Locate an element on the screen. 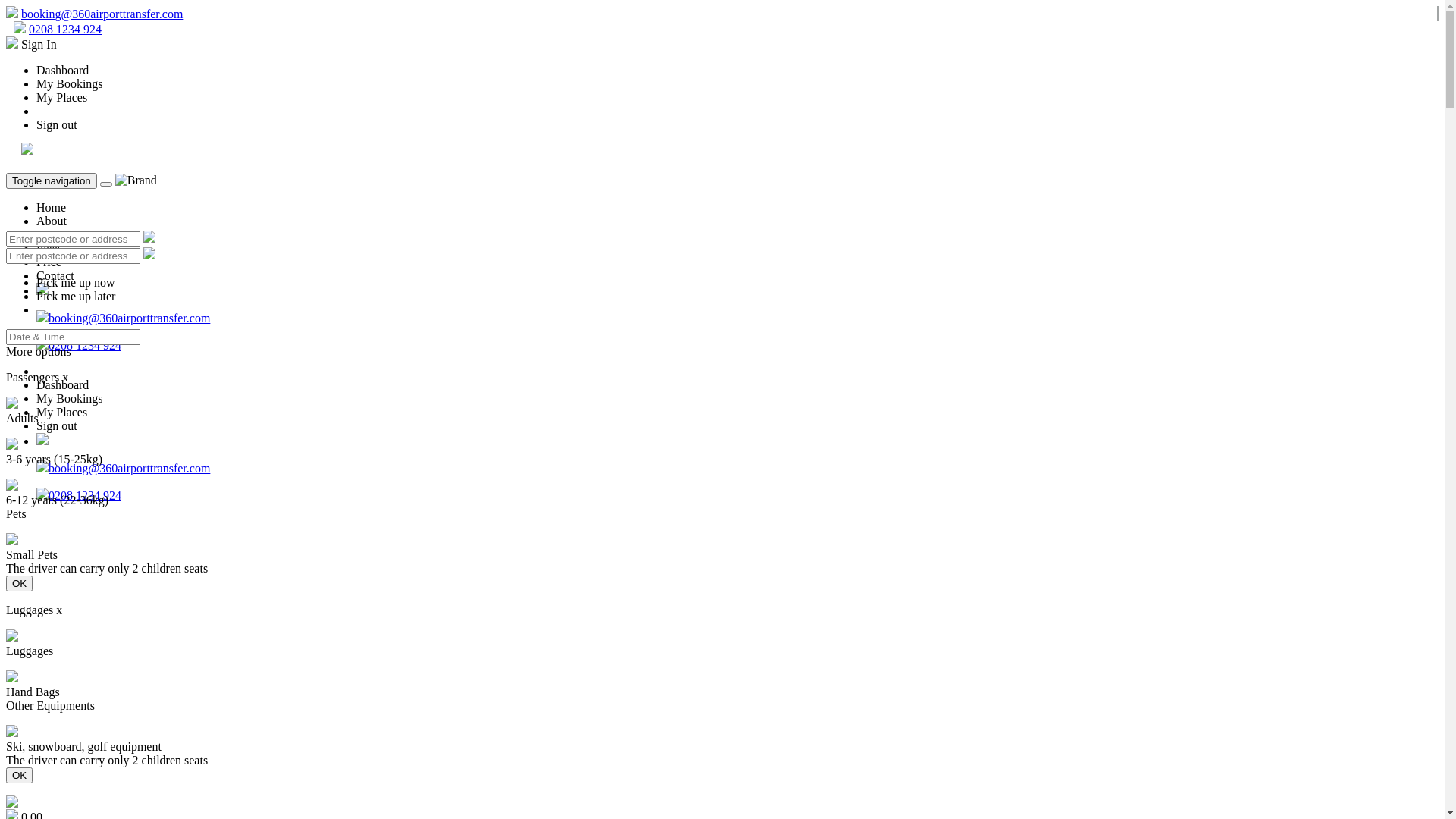 This screenshot has width=1456, height=819. 'Toggle navigation' is located at coordinates (6, 180).